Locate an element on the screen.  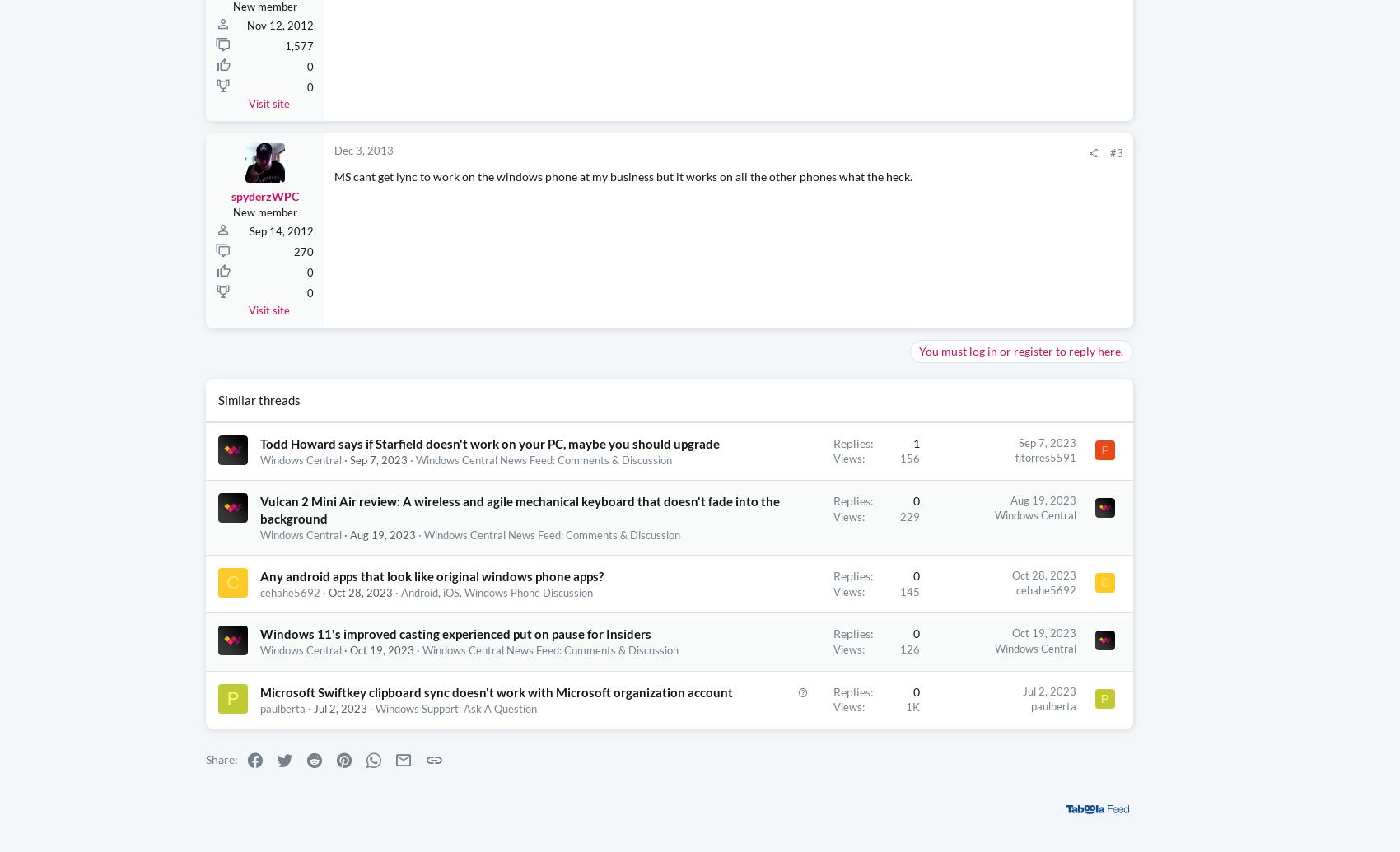
'270' is located at coordinates (303, 252).